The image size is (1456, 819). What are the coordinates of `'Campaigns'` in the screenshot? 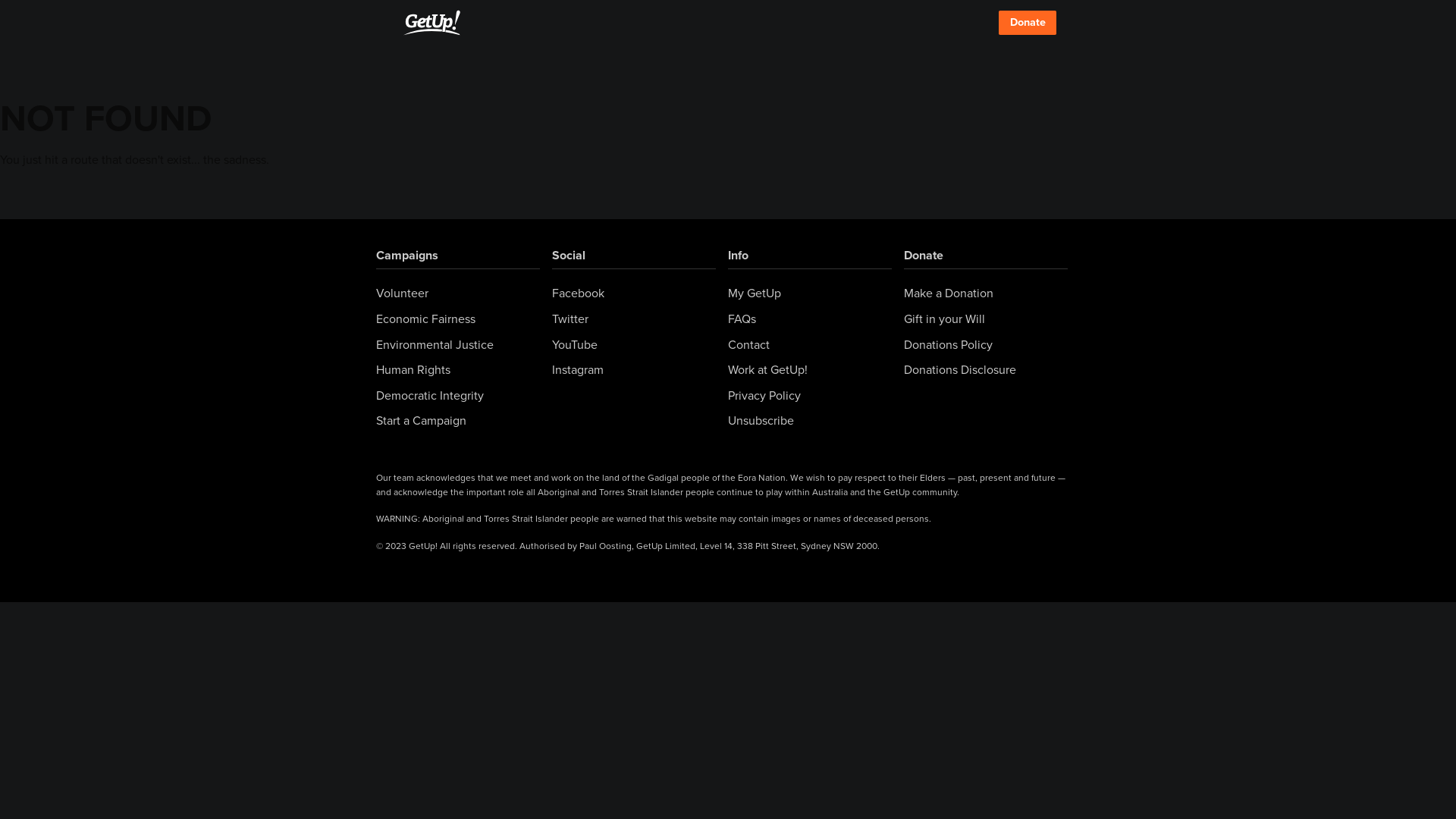 It's located at (407, 254).